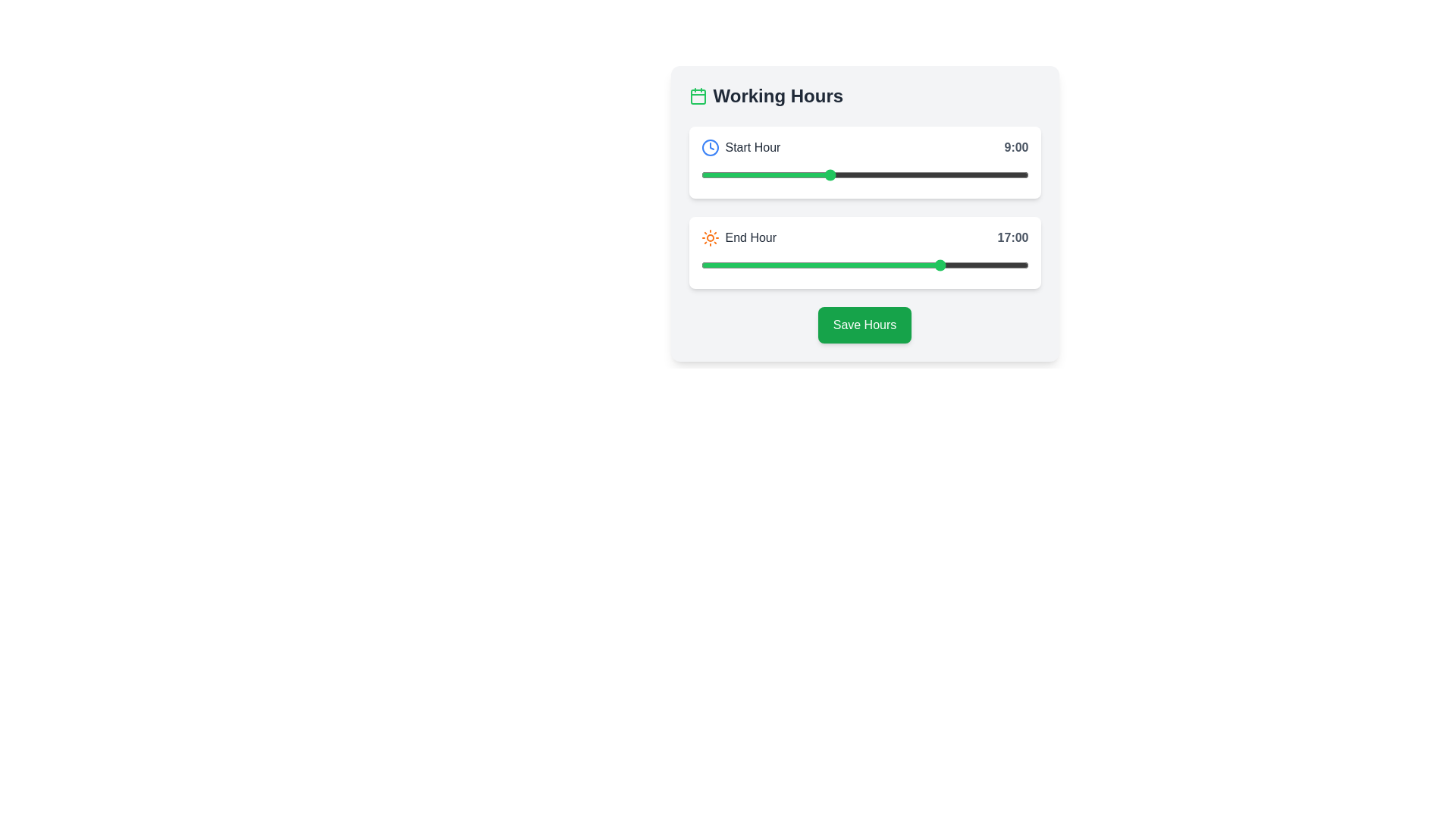 The height and width of the screenshot is (819, 1456). What do you see at coordinates (766, 96) in the screenshot?
I see `the 'Working Hours' heading, which is a bold, large text component with a green calendar icon on its left, located in the top-left of a content card` at bounding box center [766, 96].